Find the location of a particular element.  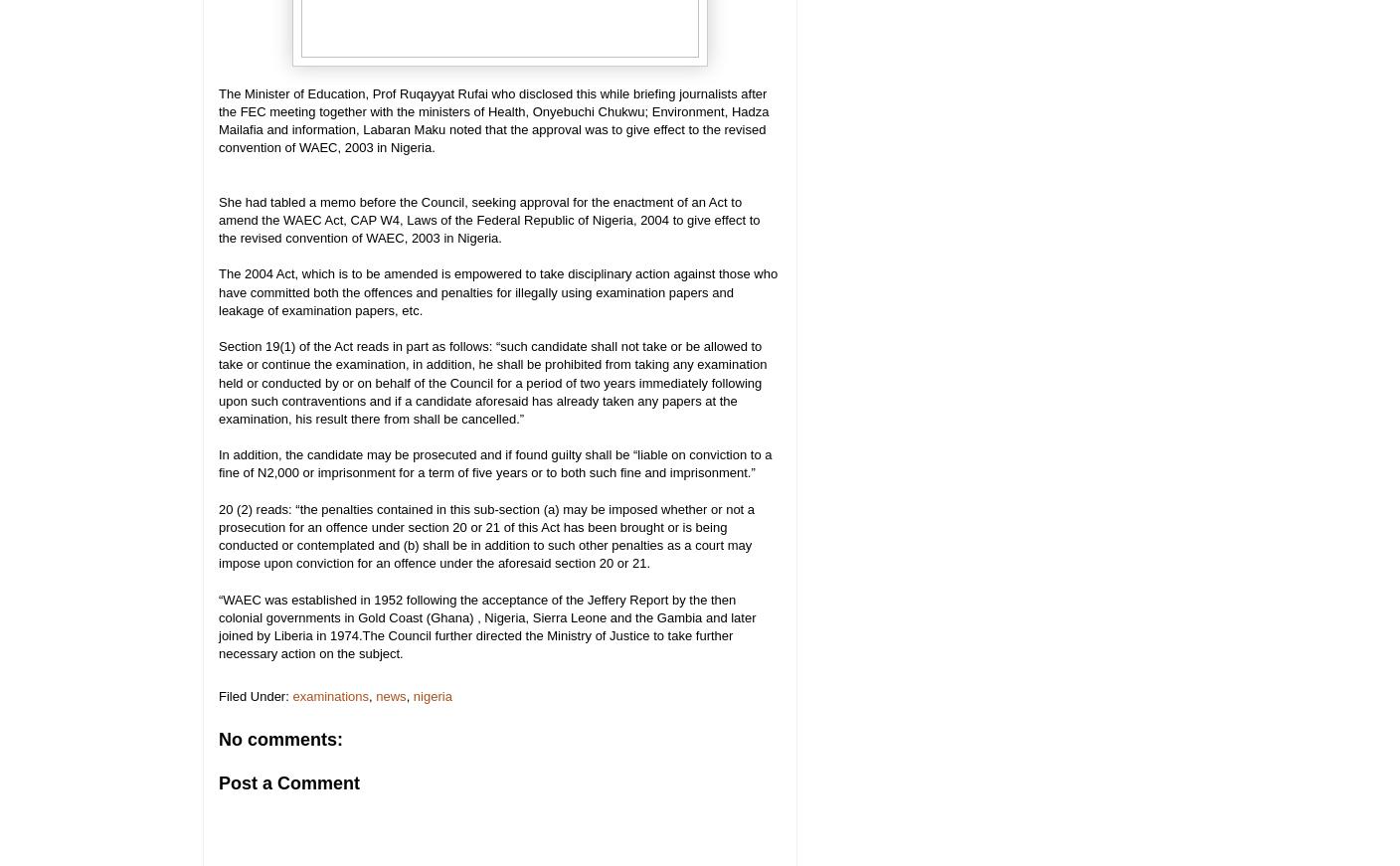

'In addition, the candidate may be prosecuted and if found guilty shall be “liable on conviction to a fine of N2,000 or imprisonment for a term of five years or to both such fine and imprisonment.”' is located at coordinates (495, 463).